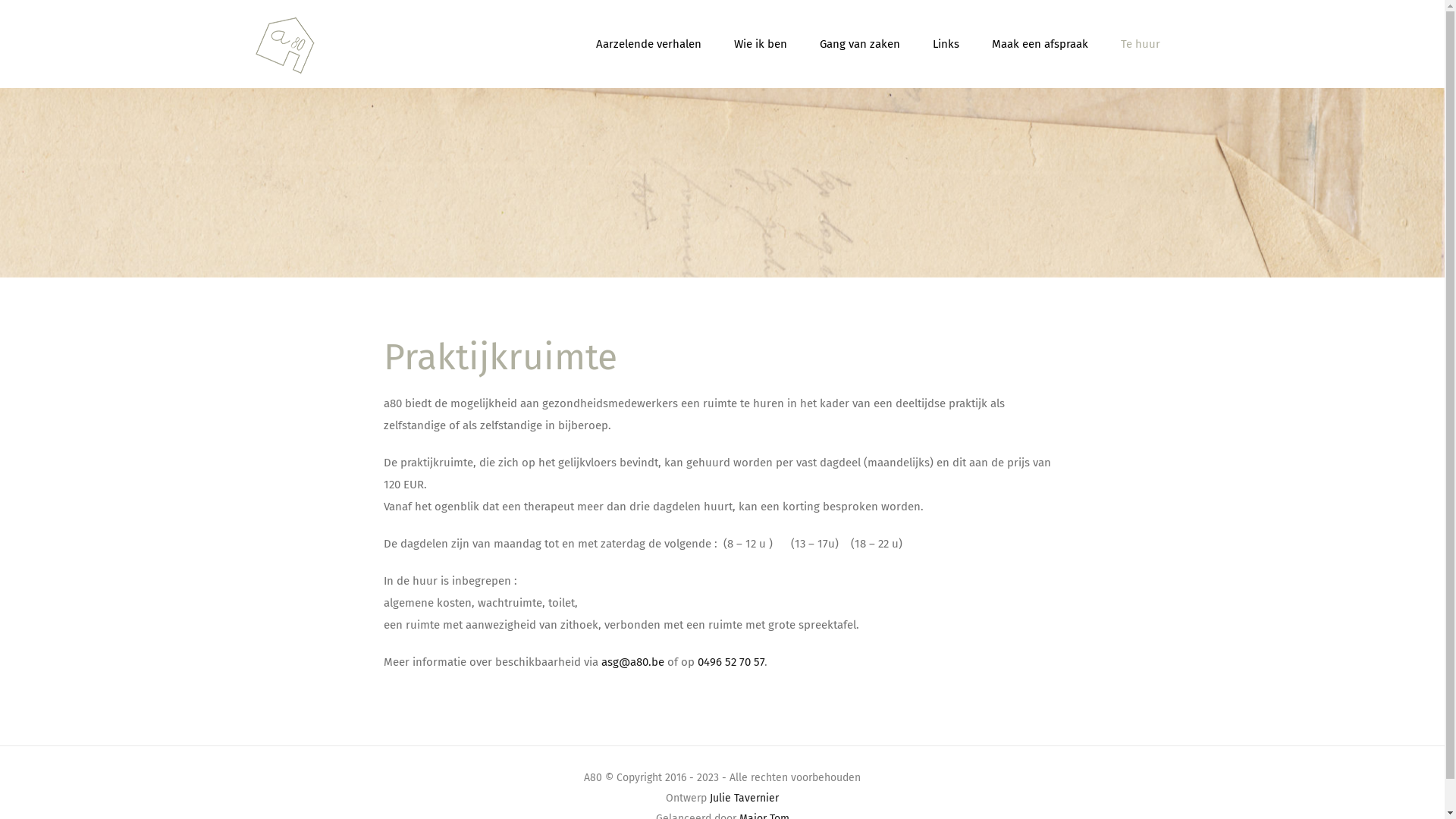  What do you see at coordinates (1140, 42) in the screenshot?
I see `'Te huur'` at bounding box center [1140, 42].